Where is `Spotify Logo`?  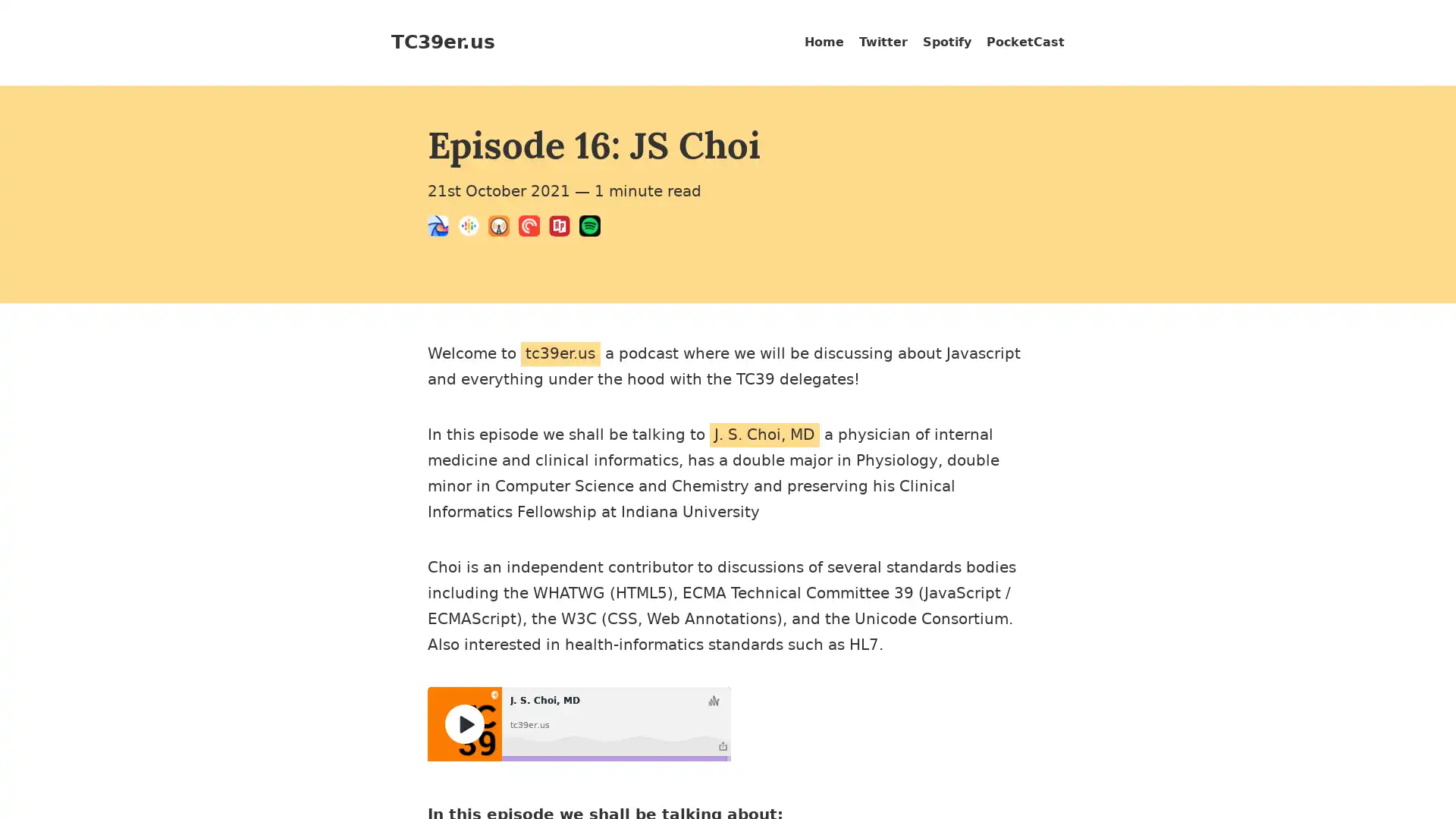
Spotify Logo is located at coordinates (593, 228).